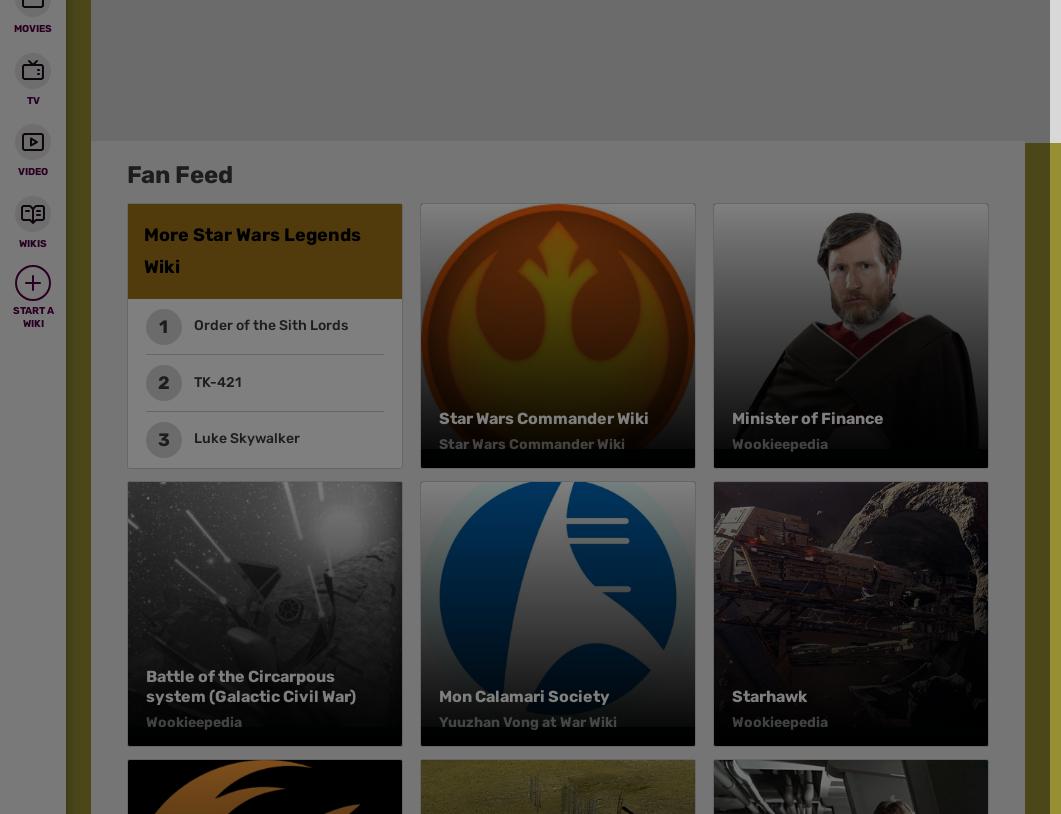 This screenshot has height=814, width=1061. I want to click on 'What is Fandom?', so click(326, 17).